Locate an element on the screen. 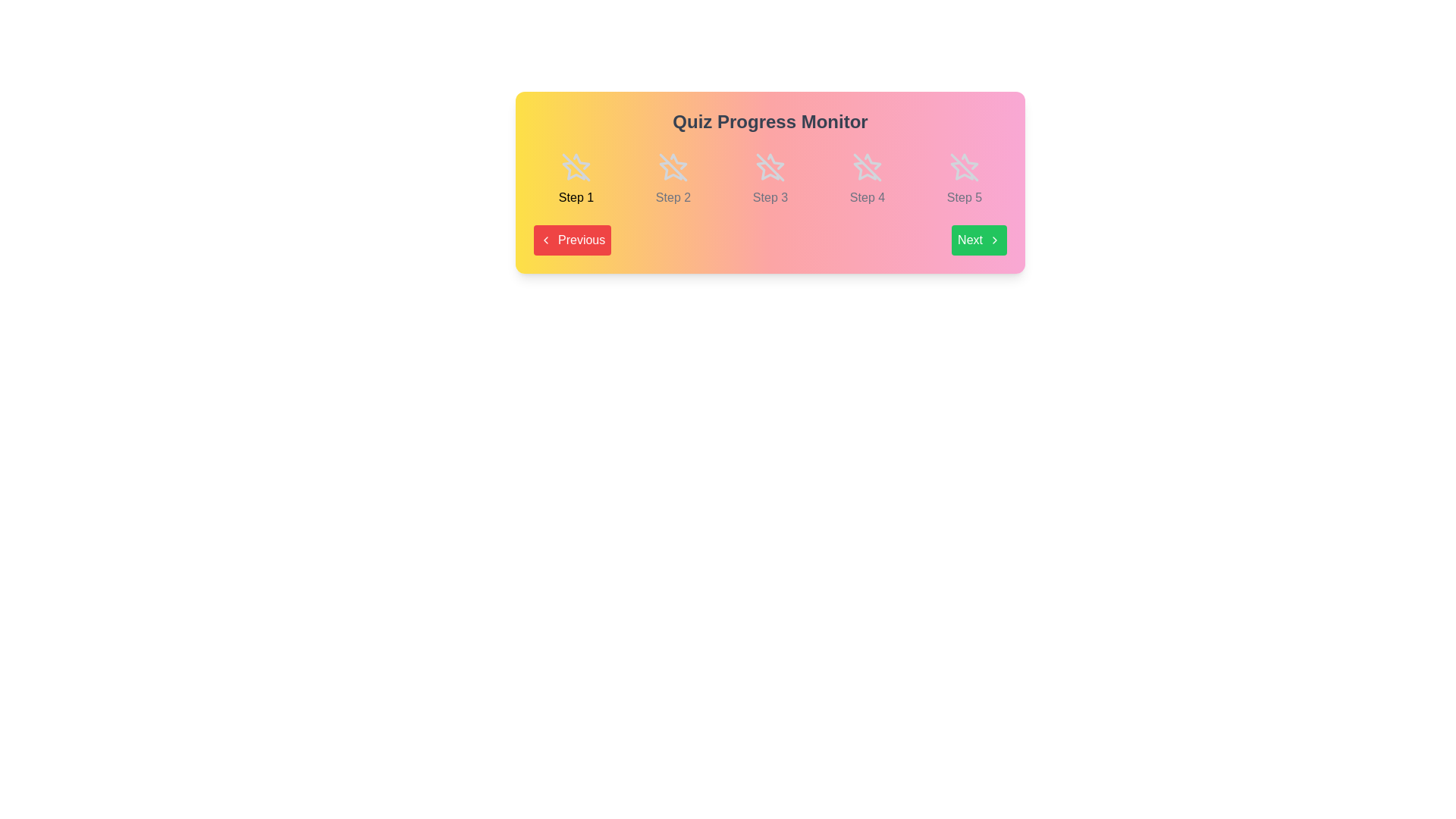 The image size is (1456, 819). the 'Quiz Progress Monitor' text label, which serves as a section title and is located at the top of the gradient-styled rectangular card containing the progress steps is located at coordinates (770, 121).